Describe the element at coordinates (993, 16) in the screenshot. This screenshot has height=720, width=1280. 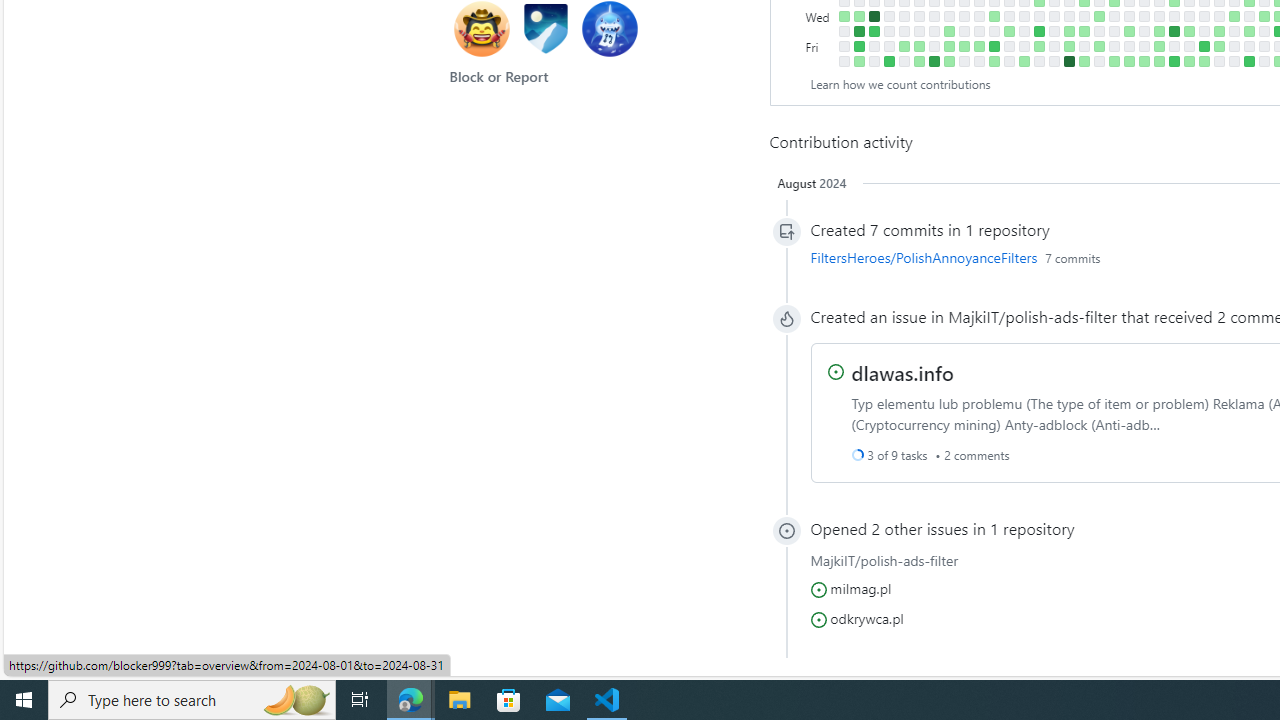
I see `'3 contributions on March 13th.'` at that location.